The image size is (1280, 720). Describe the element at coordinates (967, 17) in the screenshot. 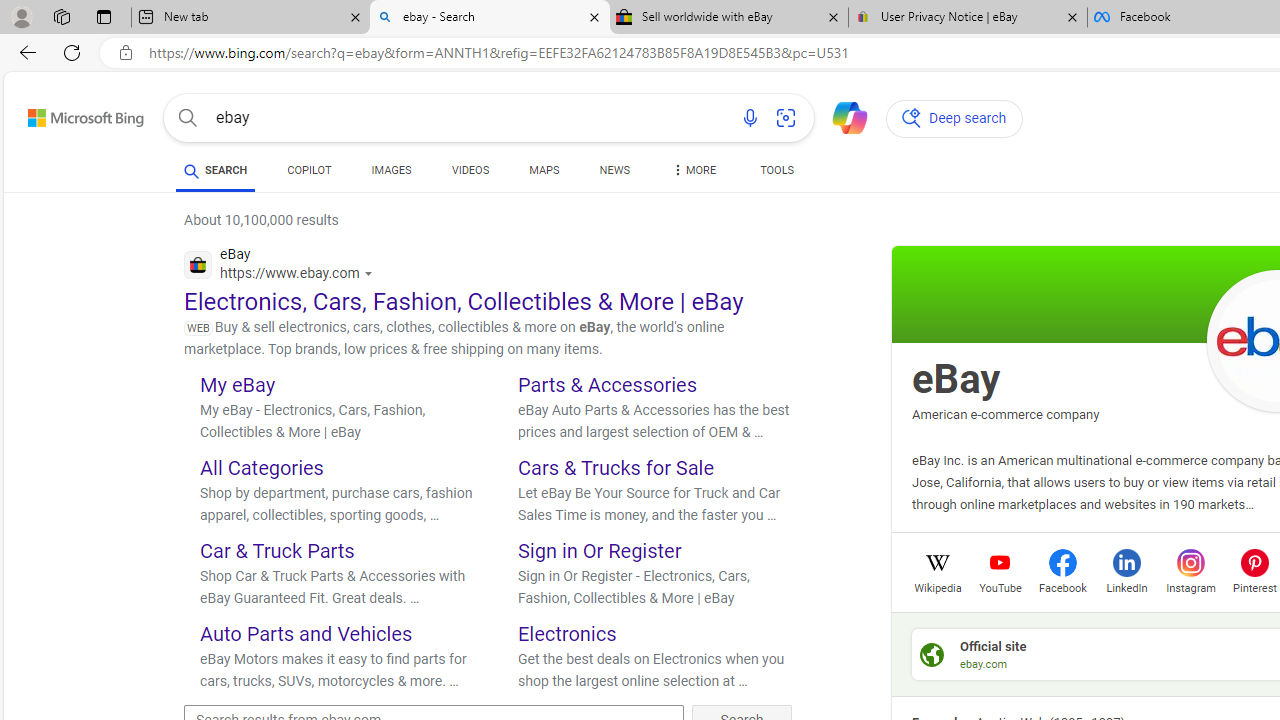

I see `'User Privacy Notice | eBay'` at that location.